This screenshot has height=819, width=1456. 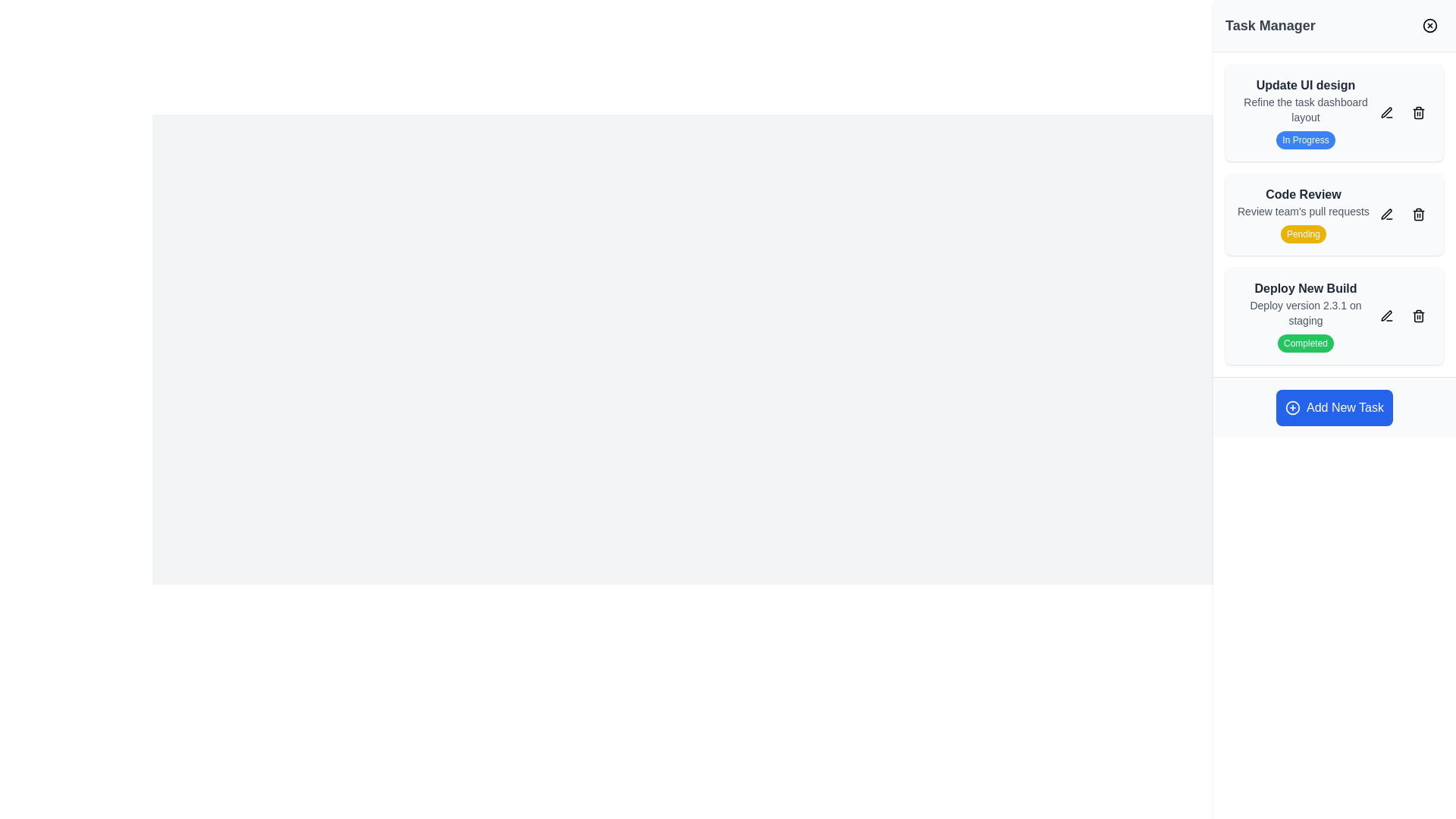 I want to click on the edit icon located to the right of the 'Code Review' task block title, so click(x=1386, y=214).